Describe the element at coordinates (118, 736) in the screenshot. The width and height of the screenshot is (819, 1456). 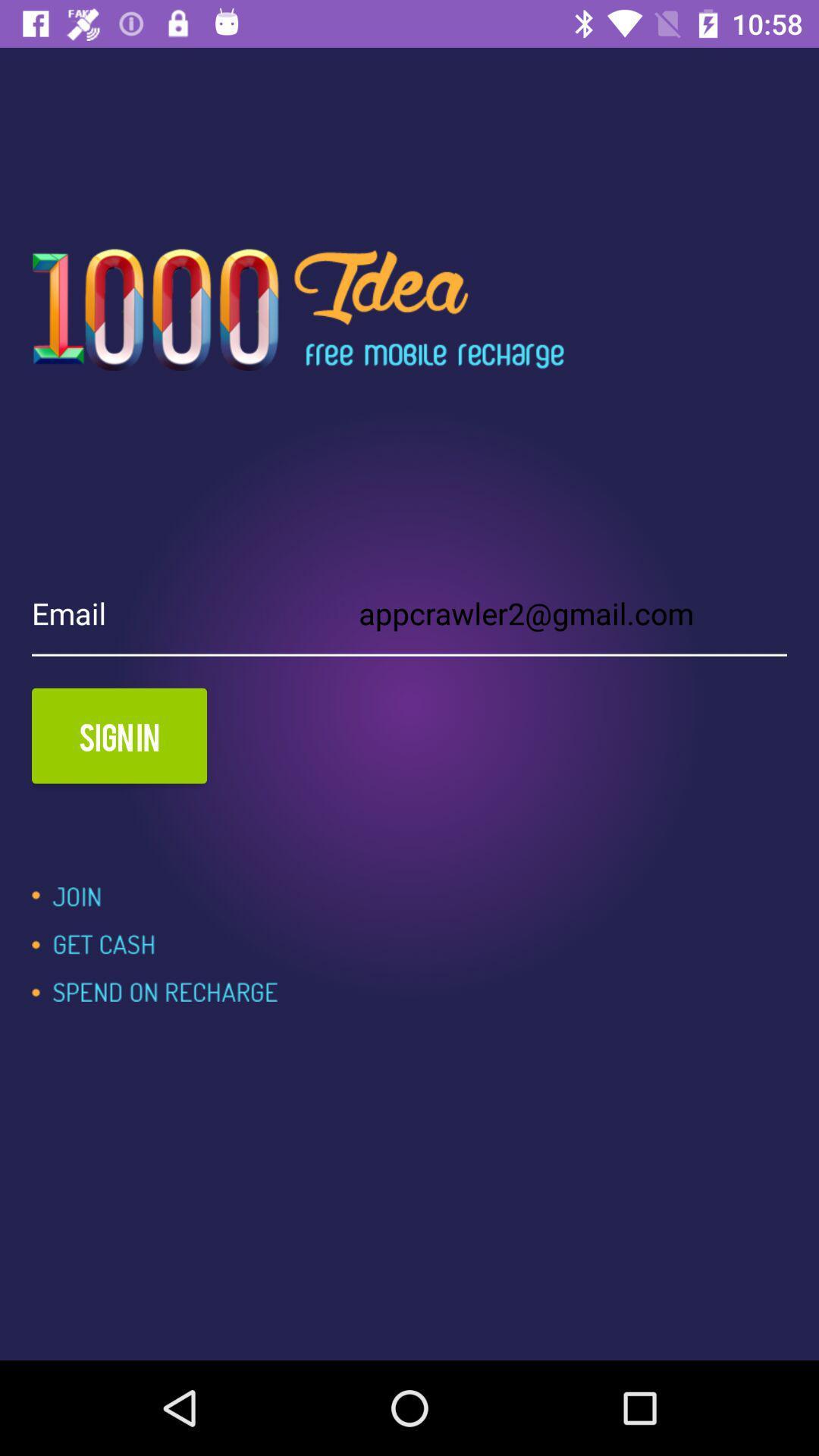
I see `sign in item` at that location.